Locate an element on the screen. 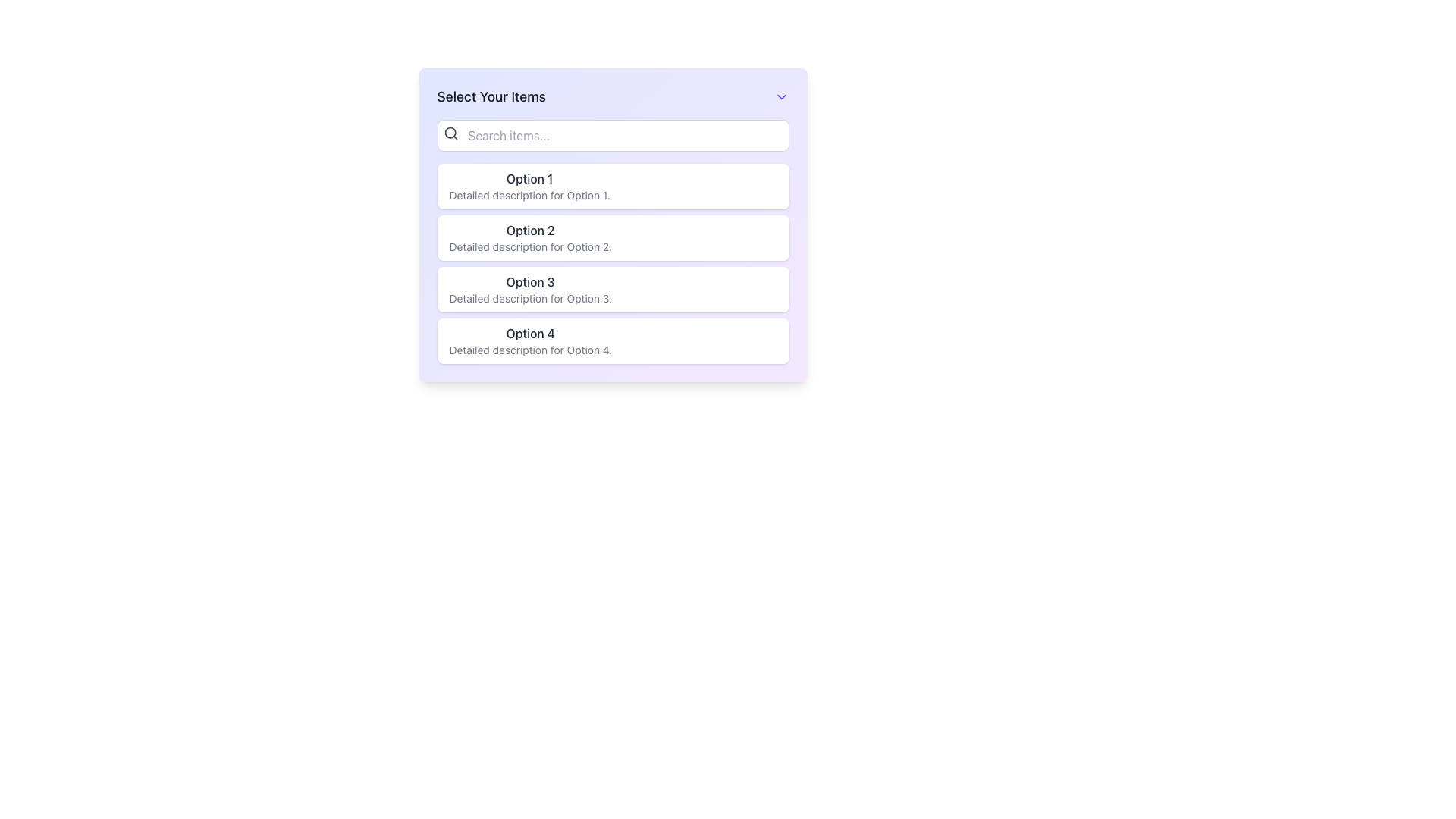 The height and width of the screenshot is (819, 1456). the text snippet that reads 'Detailed description for Option 2', which is styled in a small gray font and positioned below the main title of 'Option 2' is located at coordinates (530, 246).